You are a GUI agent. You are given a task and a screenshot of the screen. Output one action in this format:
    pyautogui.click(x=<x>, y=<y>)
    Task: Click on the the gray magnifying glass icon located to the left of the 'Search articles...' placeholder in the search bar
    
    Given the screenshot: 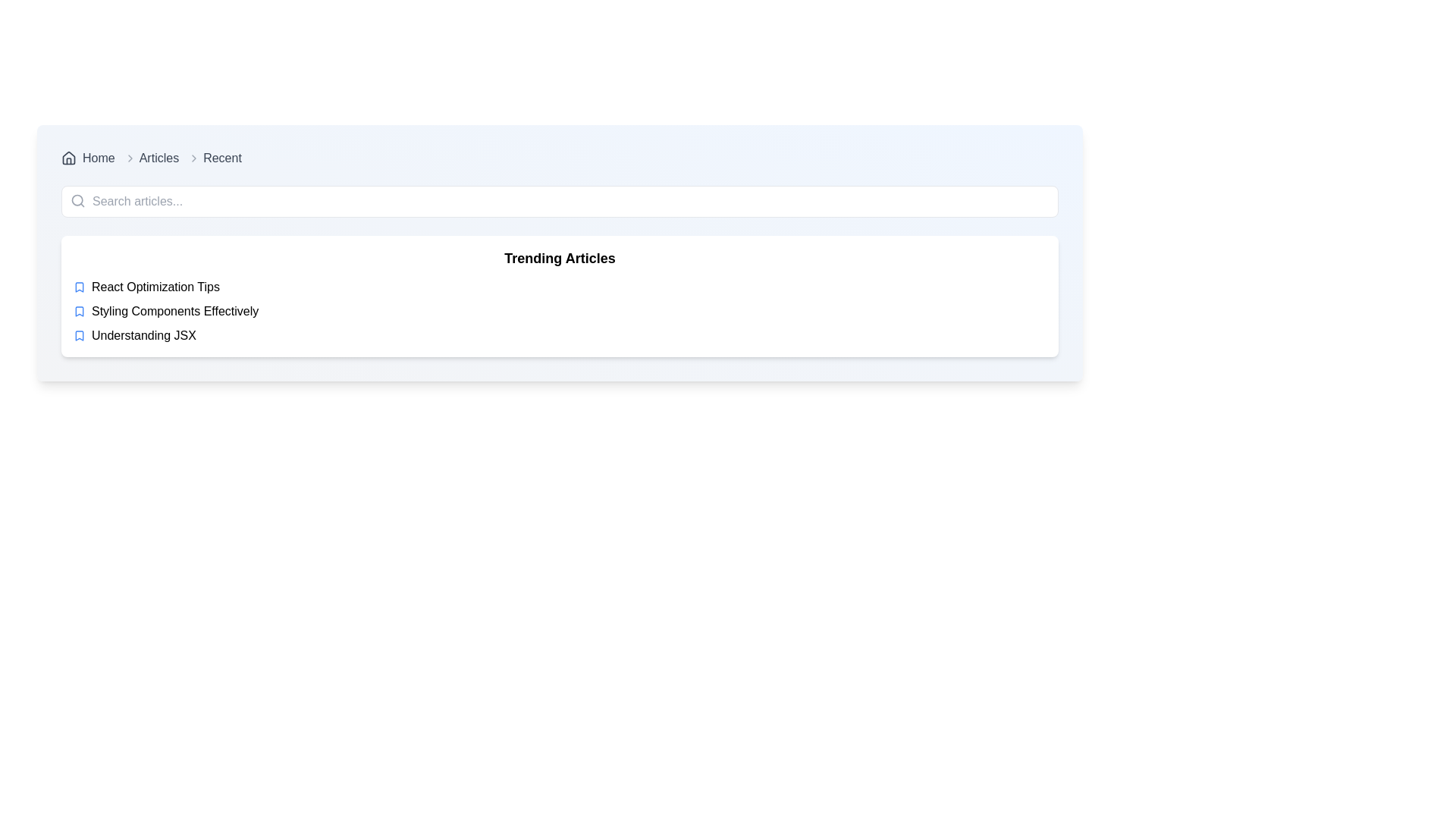 What is the action you would take?
    pyautogui.click(x=77, y=200)
    